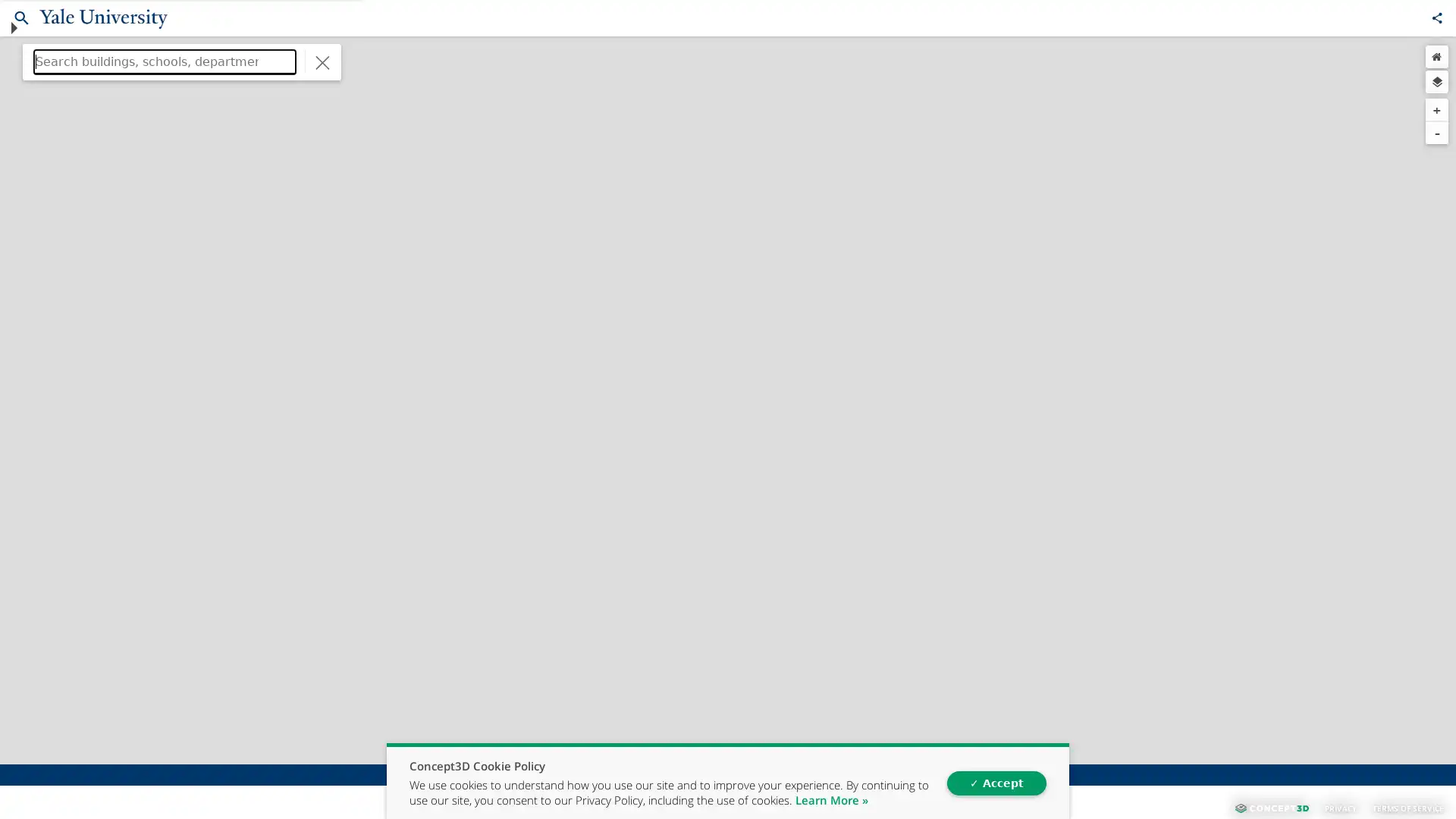 This screenshot has width=1456, height=819. I want to click on Zoom in, so click(1436, 110).